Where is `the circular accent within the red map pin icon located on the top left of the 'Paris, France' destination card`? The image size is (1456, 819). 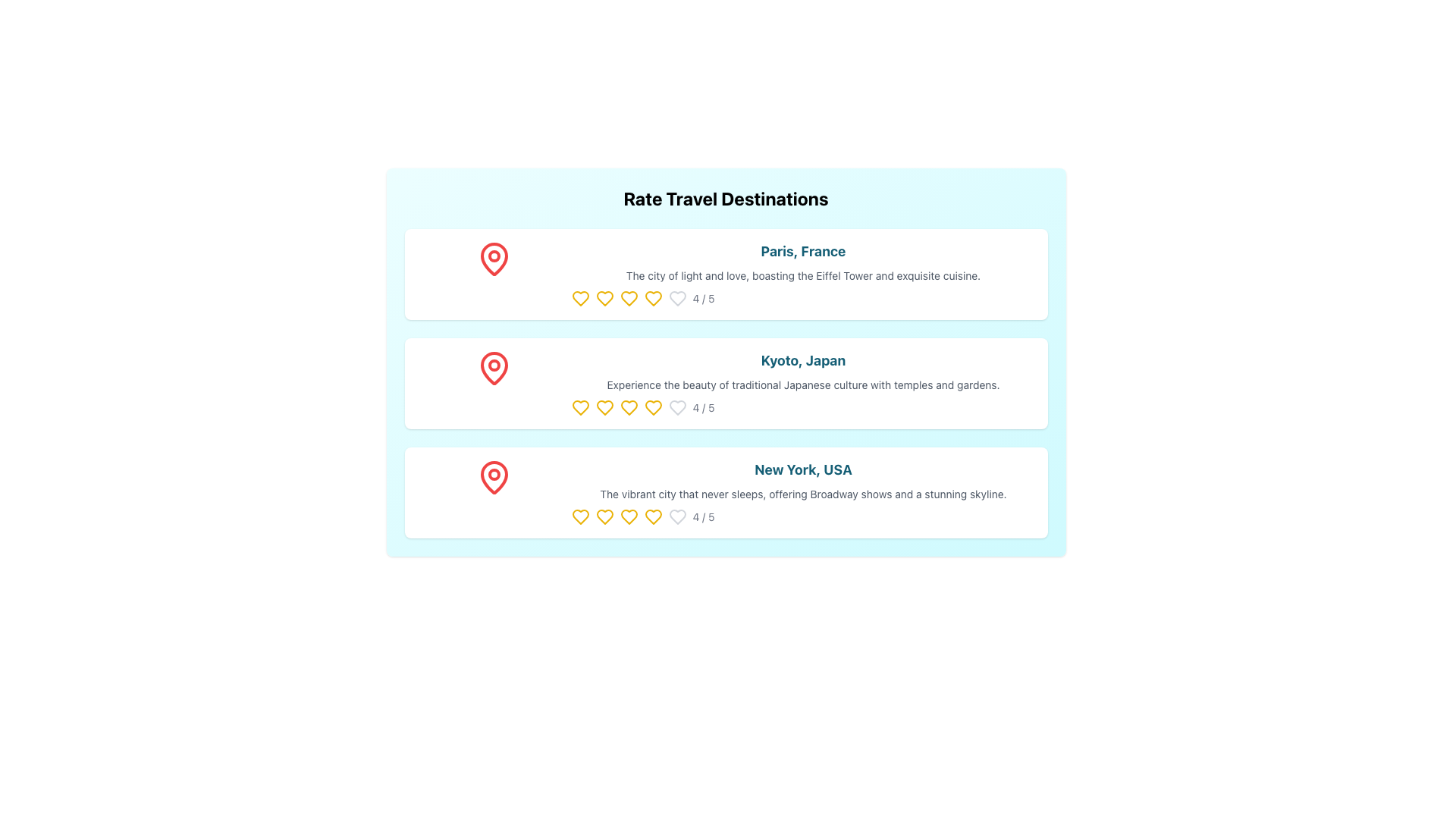 the circular accent within the red map pin icon located on the top left of the 'Paris, France' destination card is located at coordinates (494, 256).